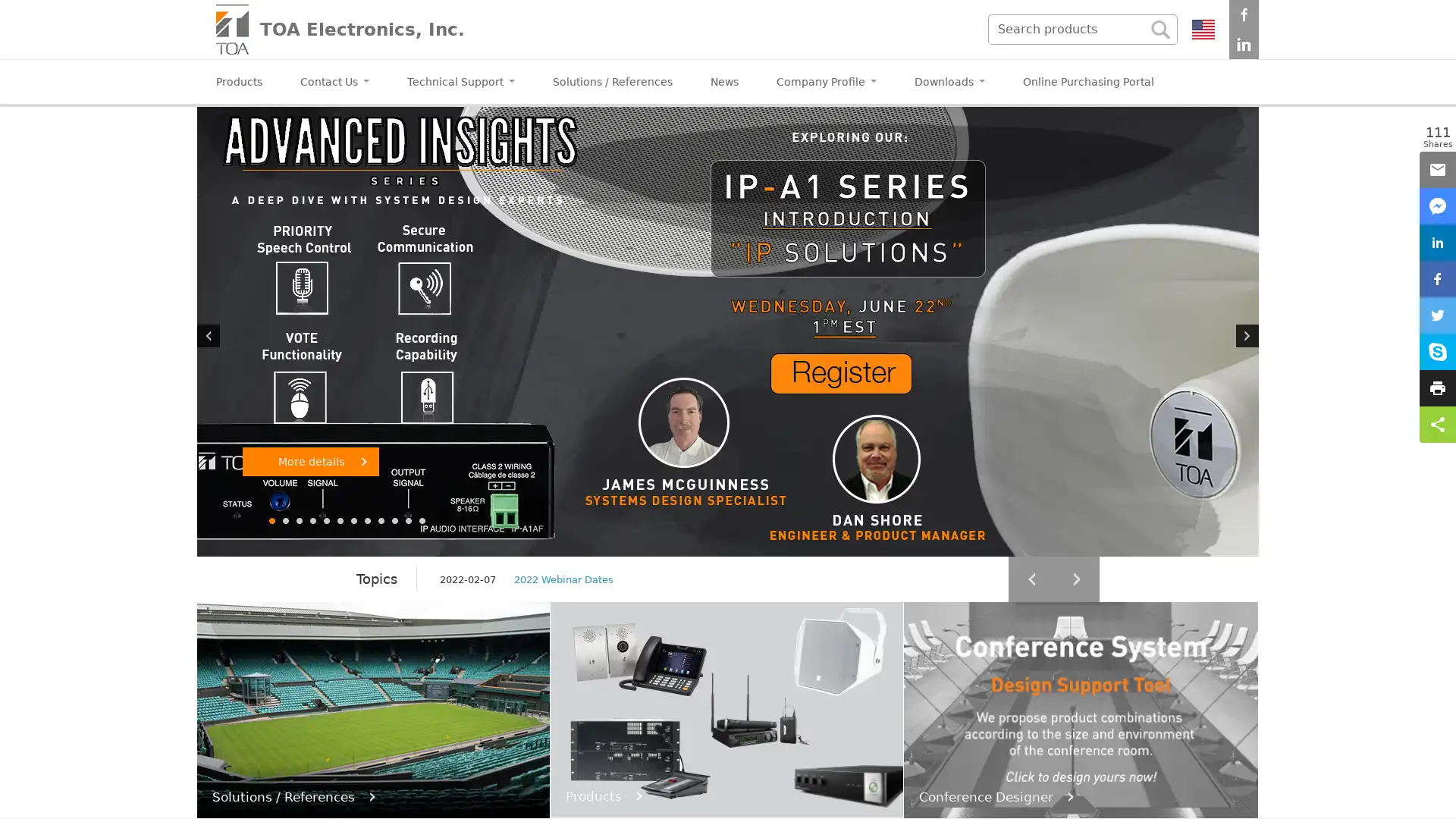  Describe the element at coordinates (287, 519) in the screenshot. I see `2` at that location.